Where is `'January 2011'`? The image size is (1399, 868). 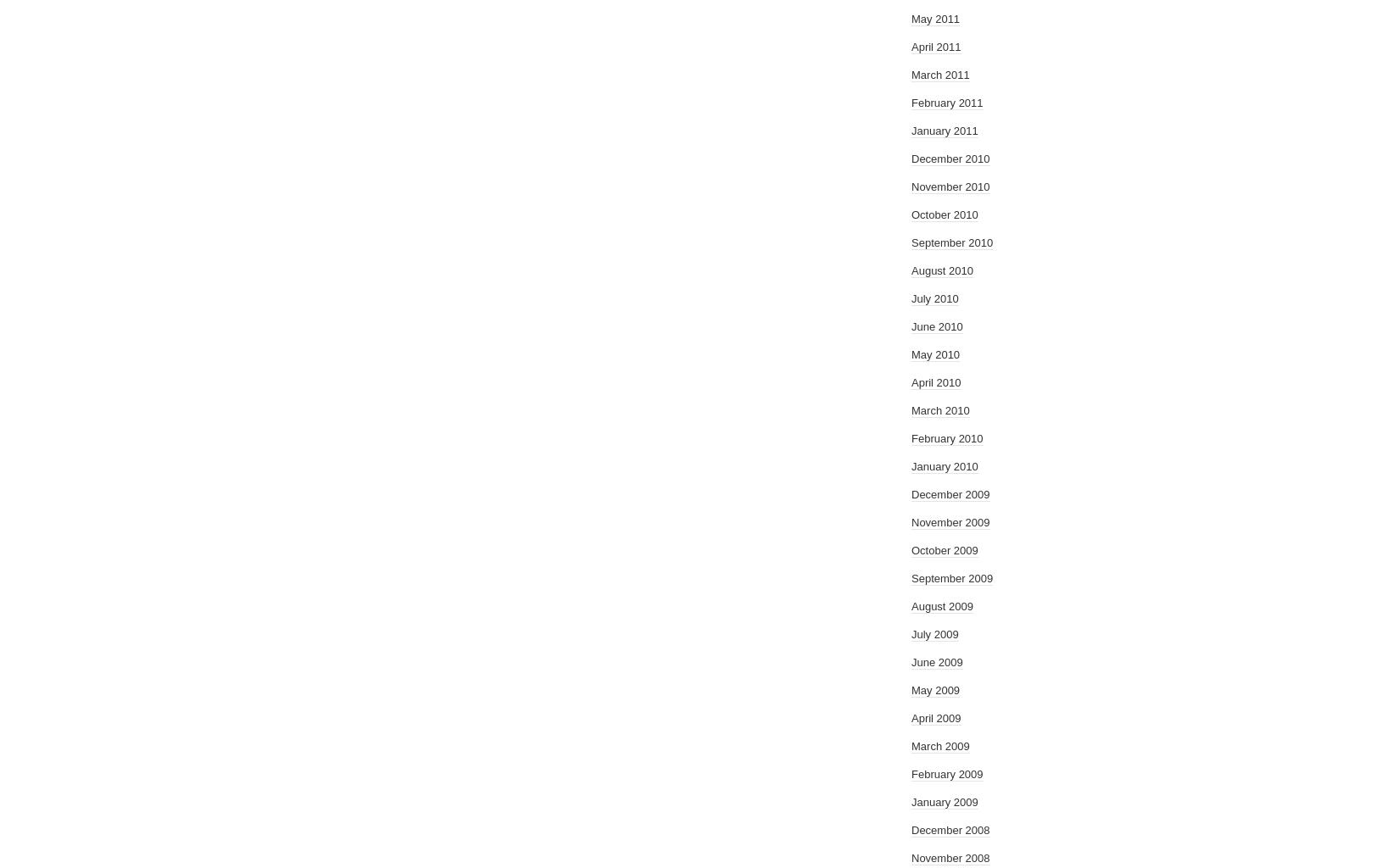 'January 2011' is located at coordinates (945, 130).